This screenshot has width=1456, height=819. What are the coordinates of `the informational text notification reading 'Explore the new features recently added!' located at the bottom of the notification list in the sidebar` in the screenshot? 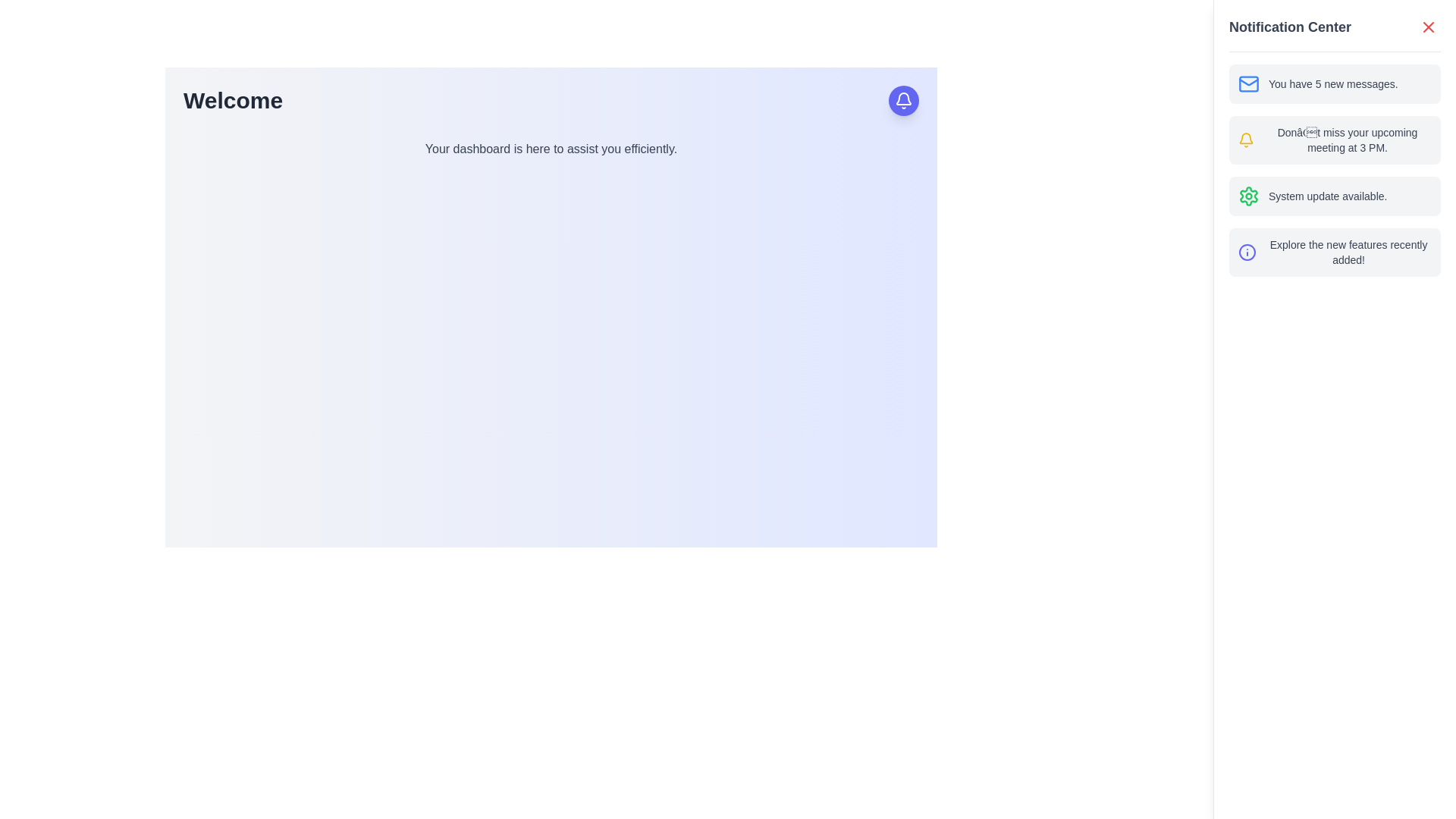 It's located at (1348, 251).